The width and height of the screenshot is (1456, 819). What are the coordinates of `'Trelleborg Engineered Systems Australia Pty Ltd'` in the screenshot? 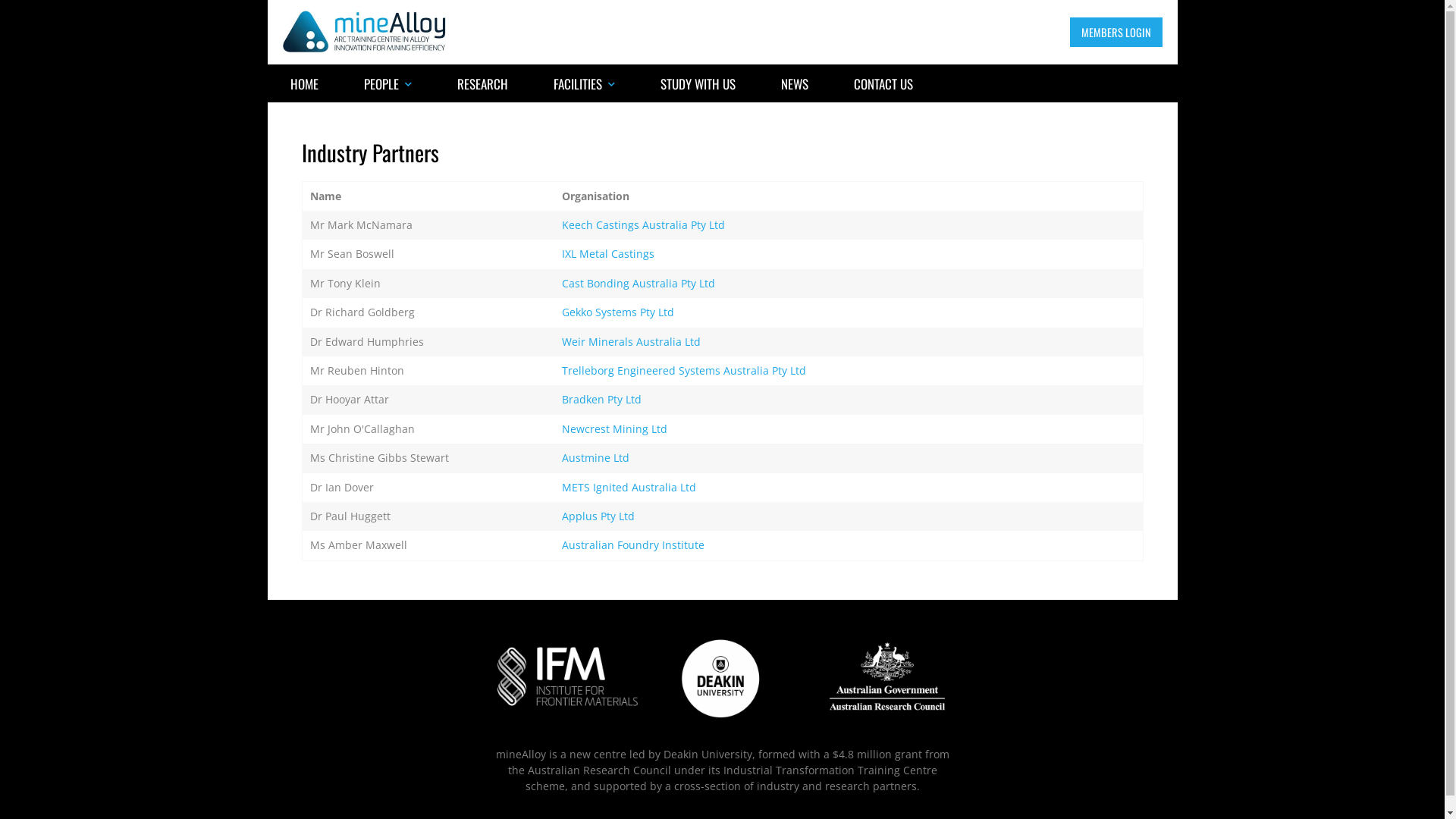 It's located at (683, 370).